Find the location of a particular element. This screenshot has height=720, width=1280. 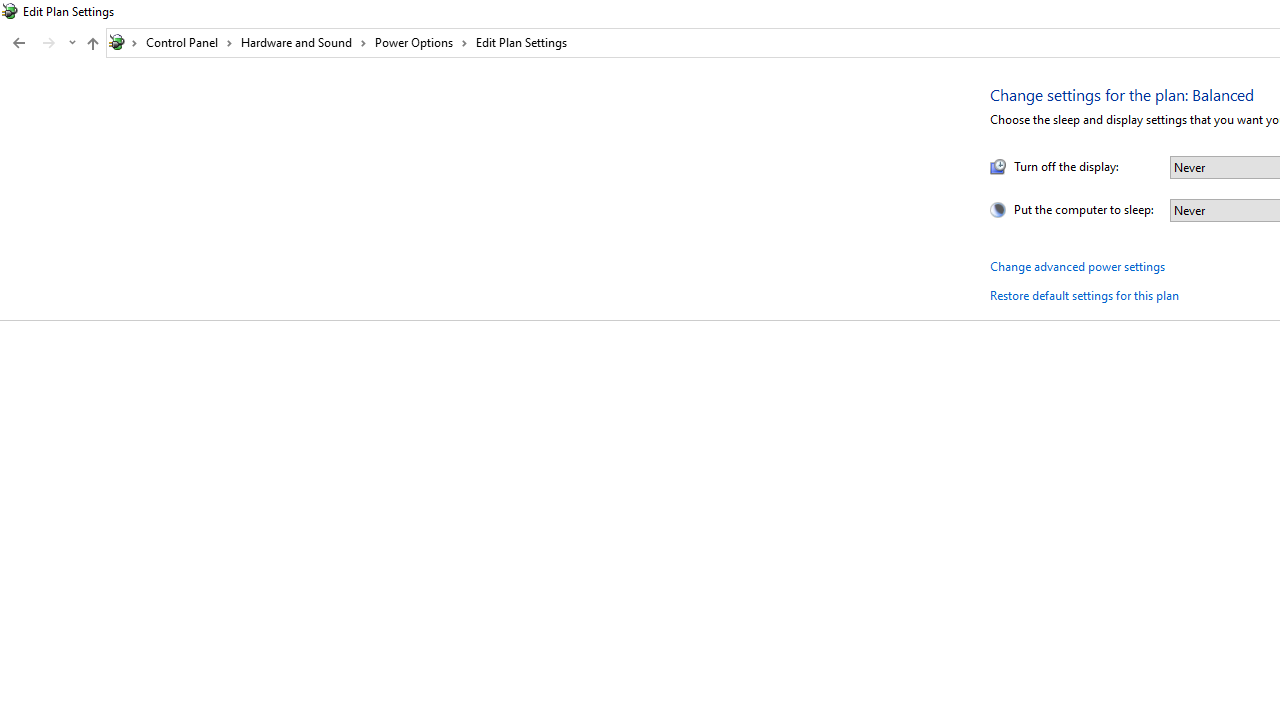

'Up band toolbar' is located at coordinates (91, 45).